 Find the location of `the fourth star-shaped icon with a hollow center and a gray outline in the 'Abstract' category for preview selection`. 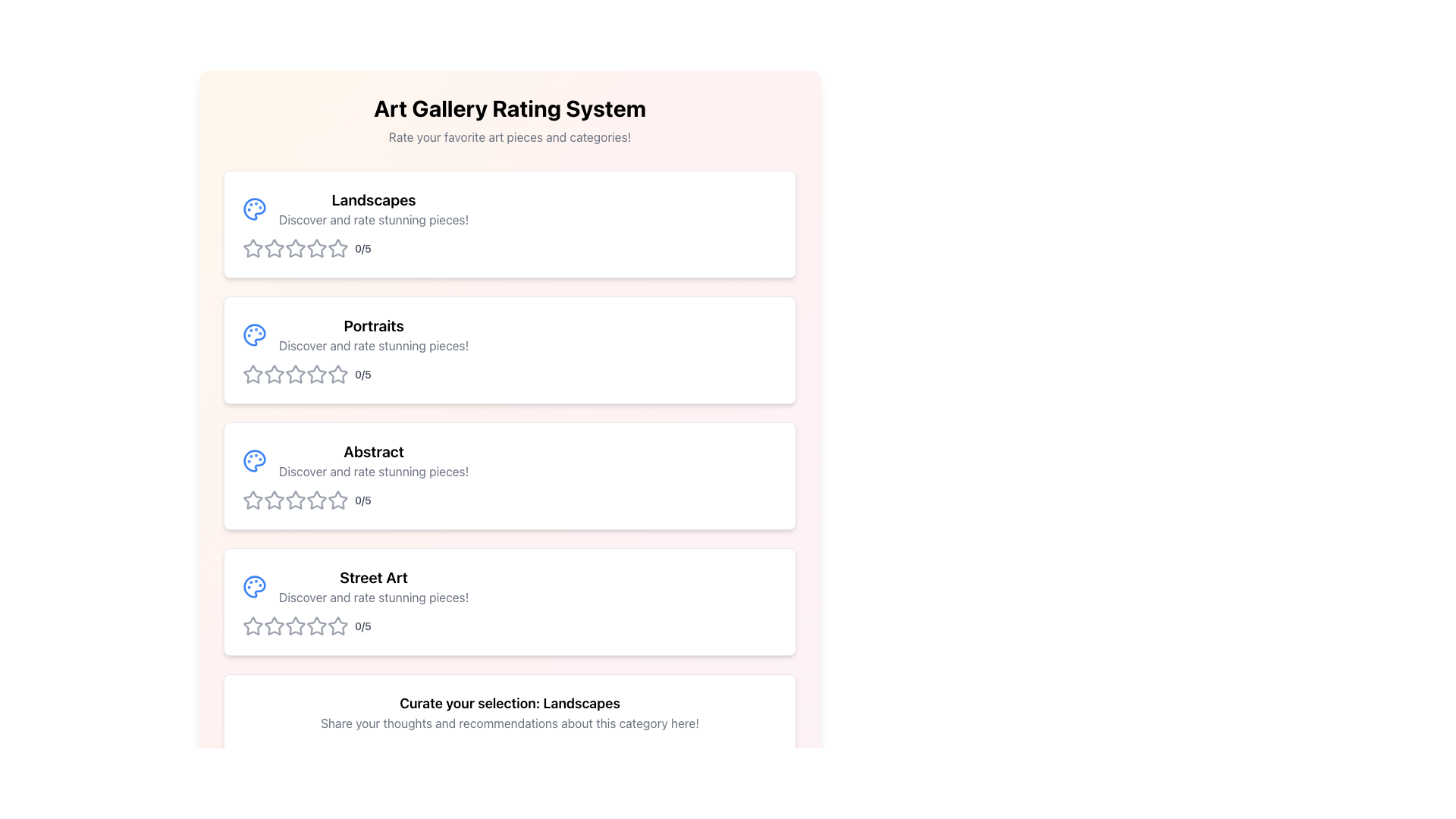

the fourth star-shaped icon with a hollow center and a gray outline in the 'Abstract' category for preview selection is located at coordinates (337, 500).